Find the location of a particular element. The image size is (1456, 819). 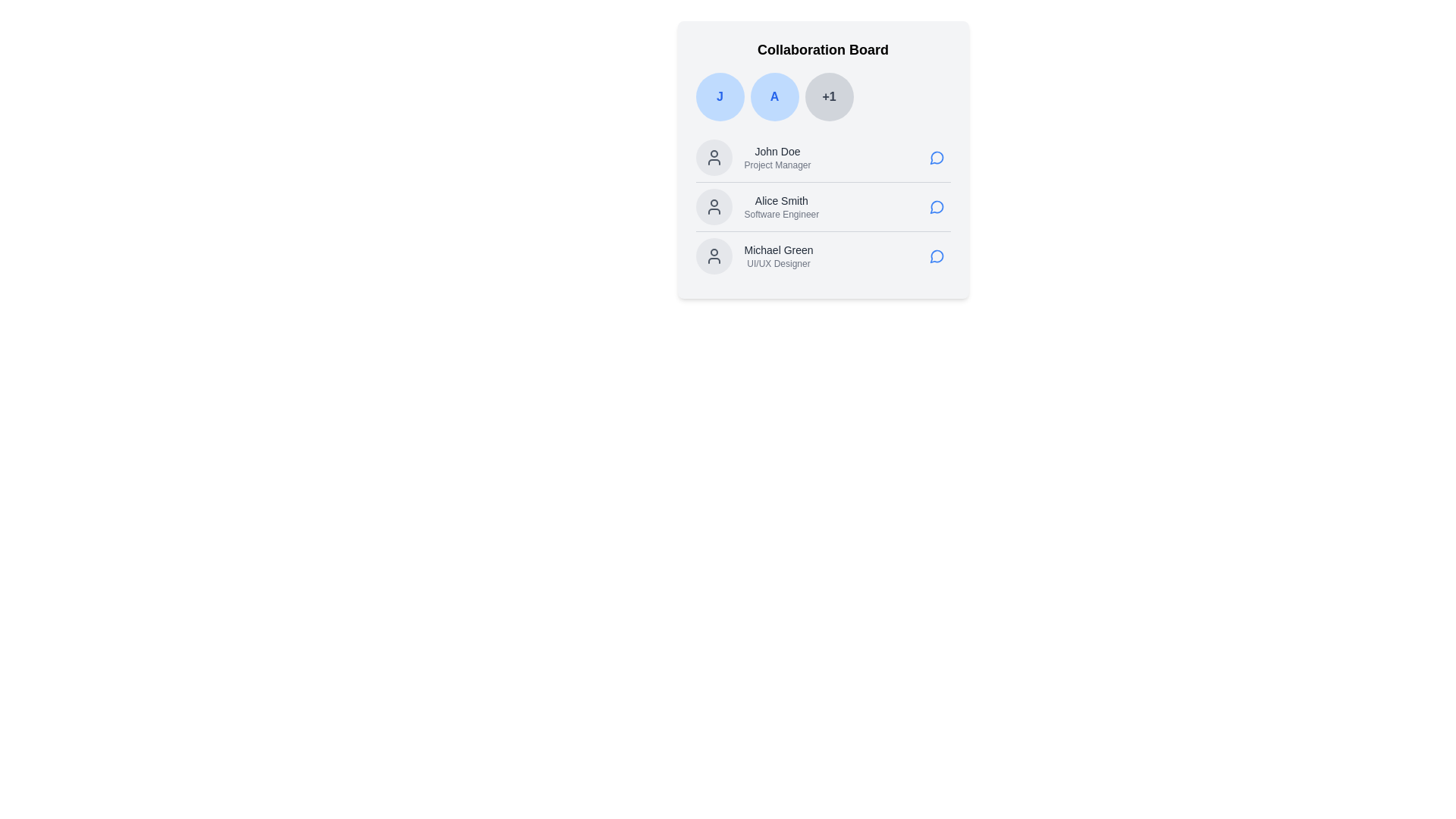

the circular icon button resembling a message, which is the third in a vertical list of similar icons, to initiate messaging is located at coordinates (936, 256).